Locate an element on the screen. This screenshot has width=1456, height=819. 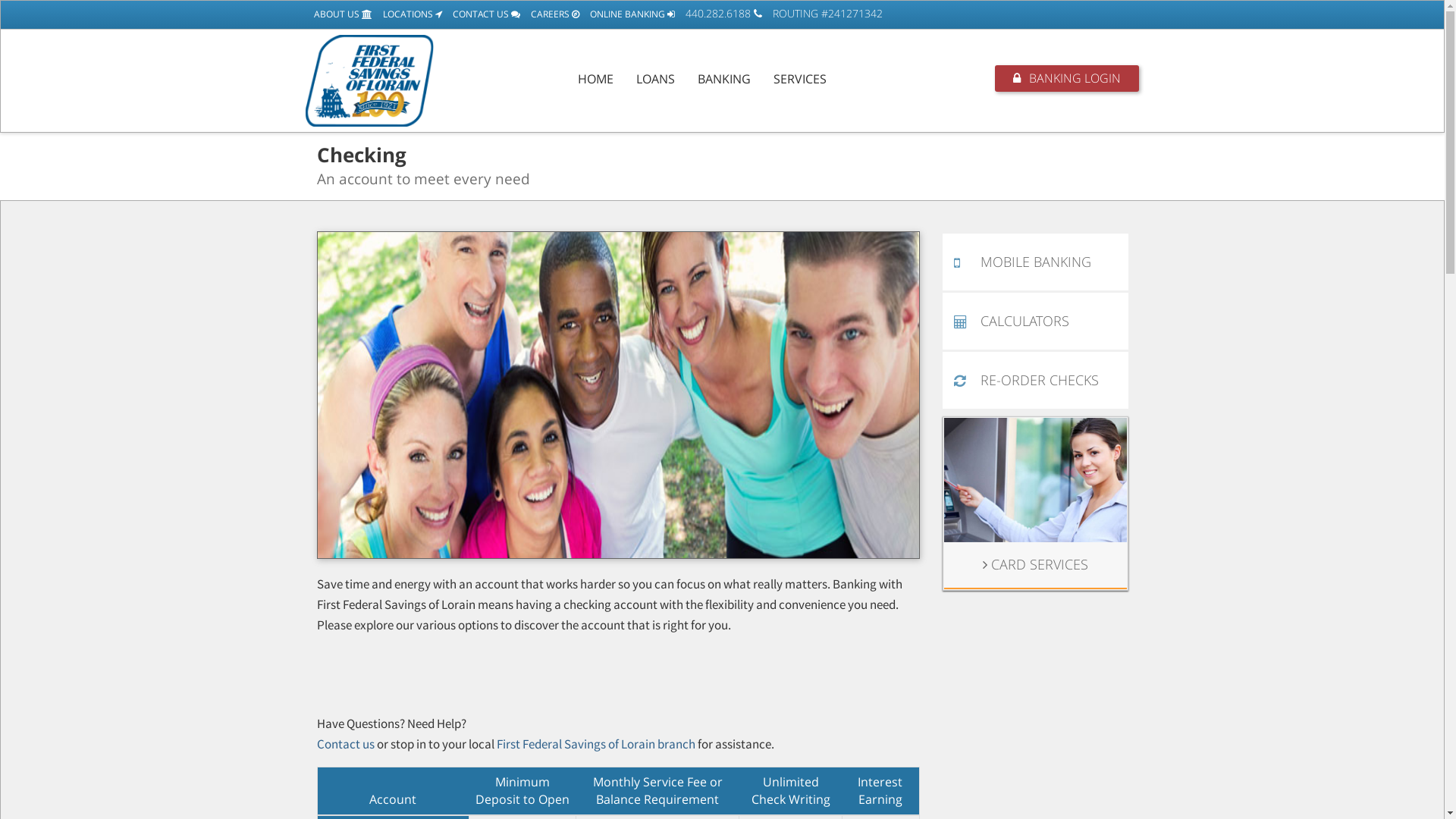
'First Federal Savings of Lorain branch' is located at coordinates (595, 742).